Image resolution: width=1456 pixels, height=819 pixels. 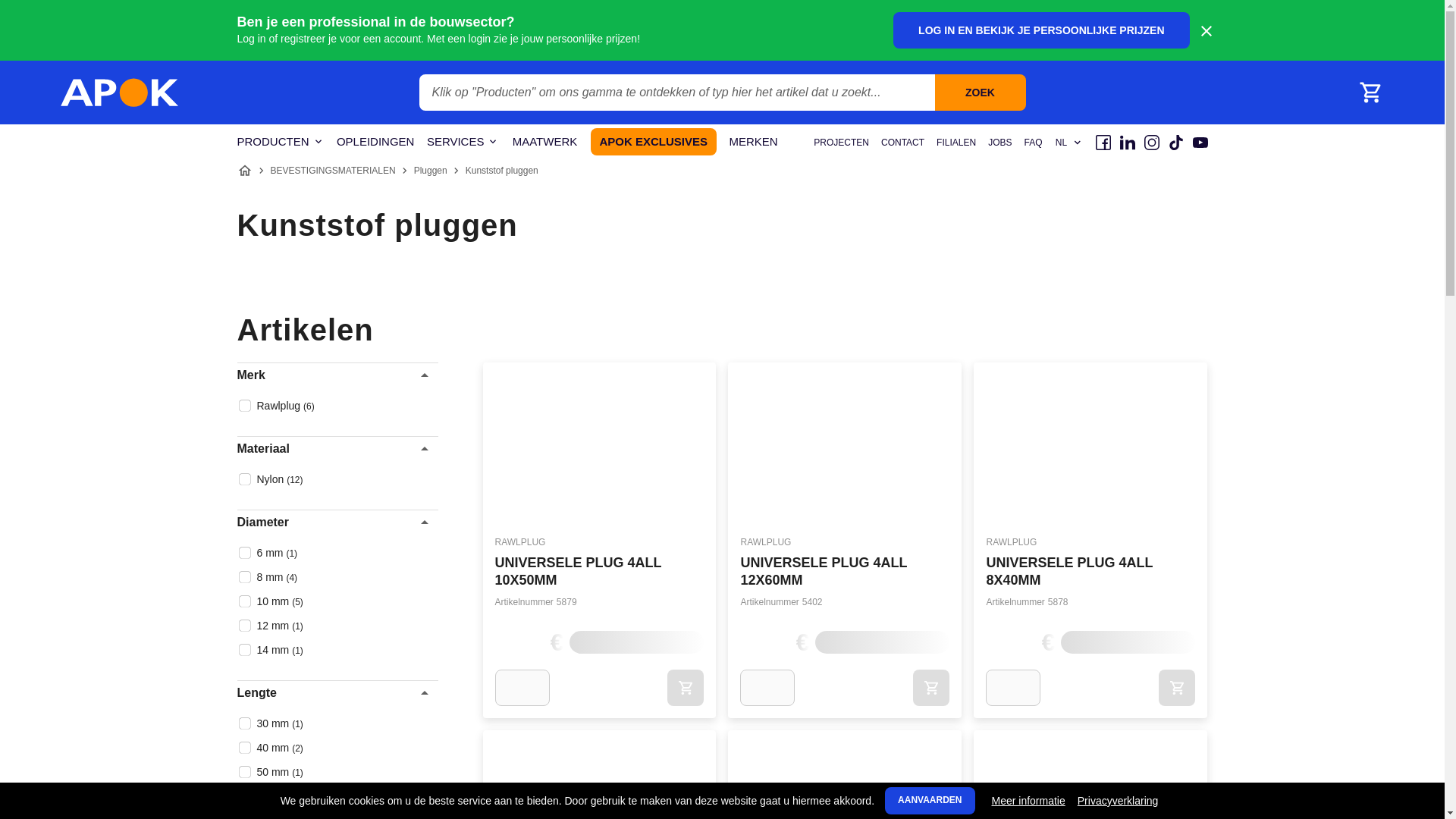 I want to click on 'Winkelmandje', so click(x=1370, y=93).